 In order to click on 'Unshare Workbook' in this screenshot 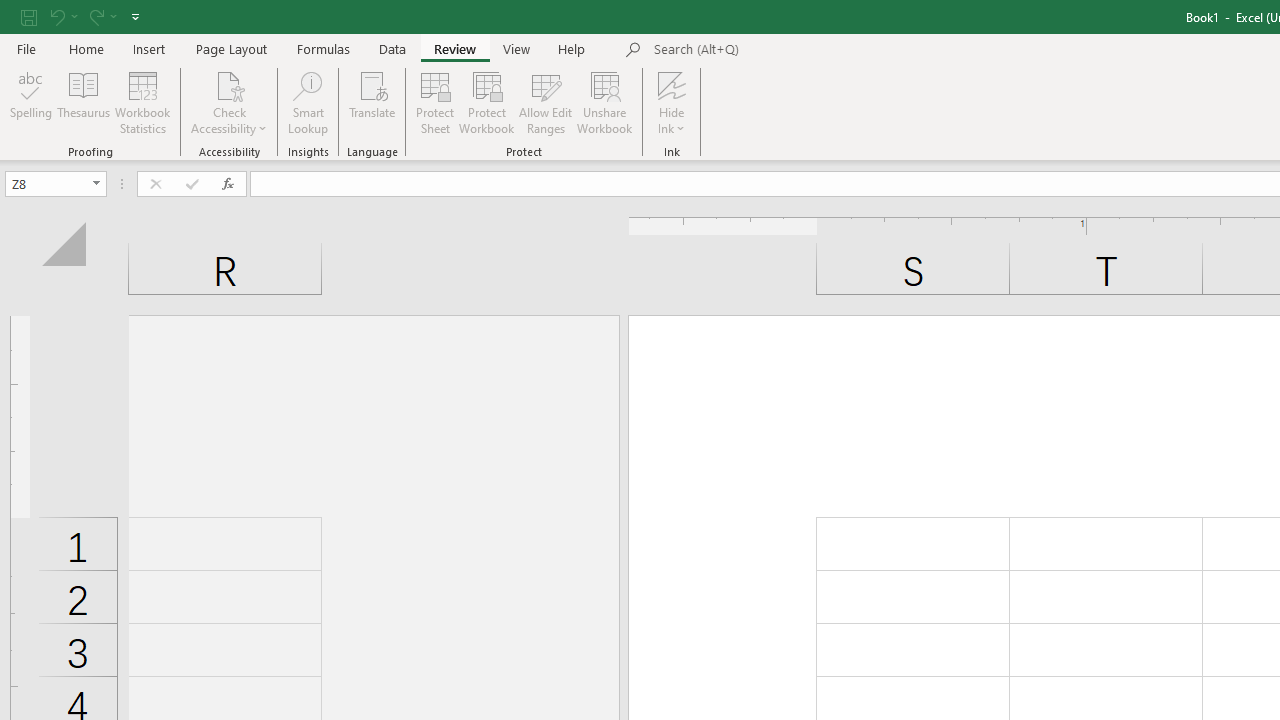, I will do `click(603, 103)`.